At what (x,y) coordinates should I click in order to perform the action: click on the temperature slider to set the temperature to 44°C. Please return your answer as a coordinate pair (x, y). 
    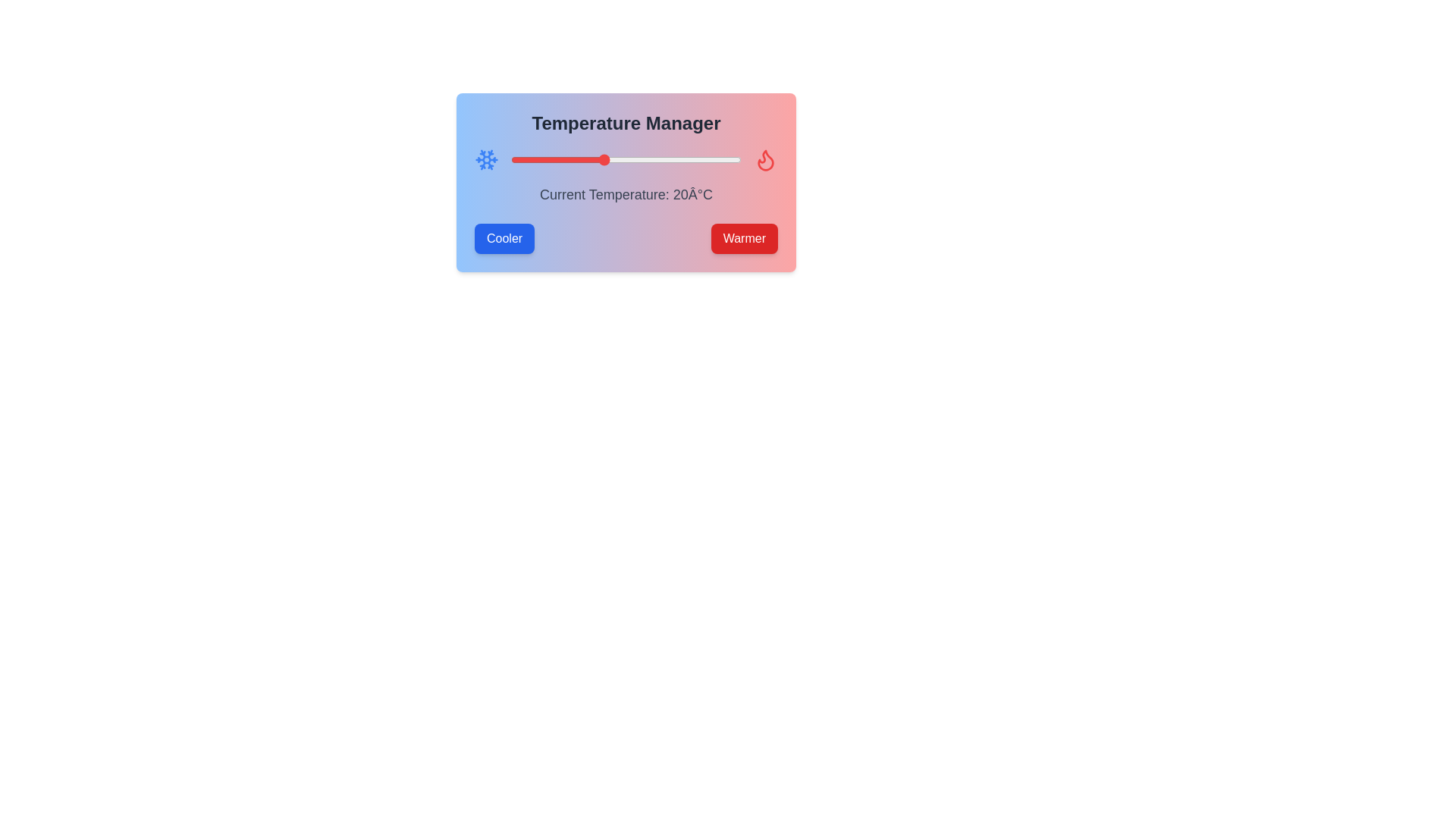
    Looking at the image, I should click on (713, 160).